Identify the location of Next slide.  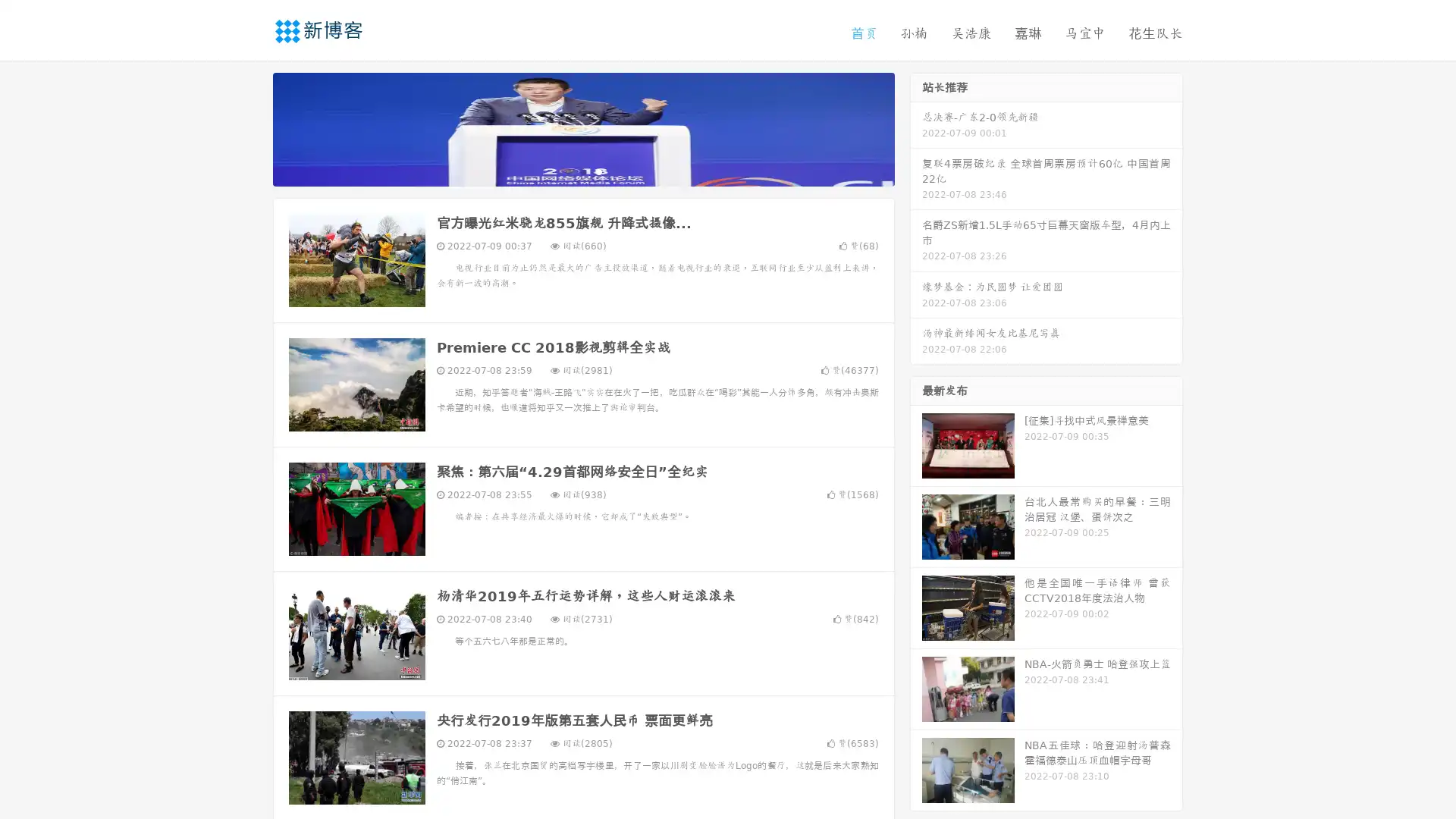
(916, 127).